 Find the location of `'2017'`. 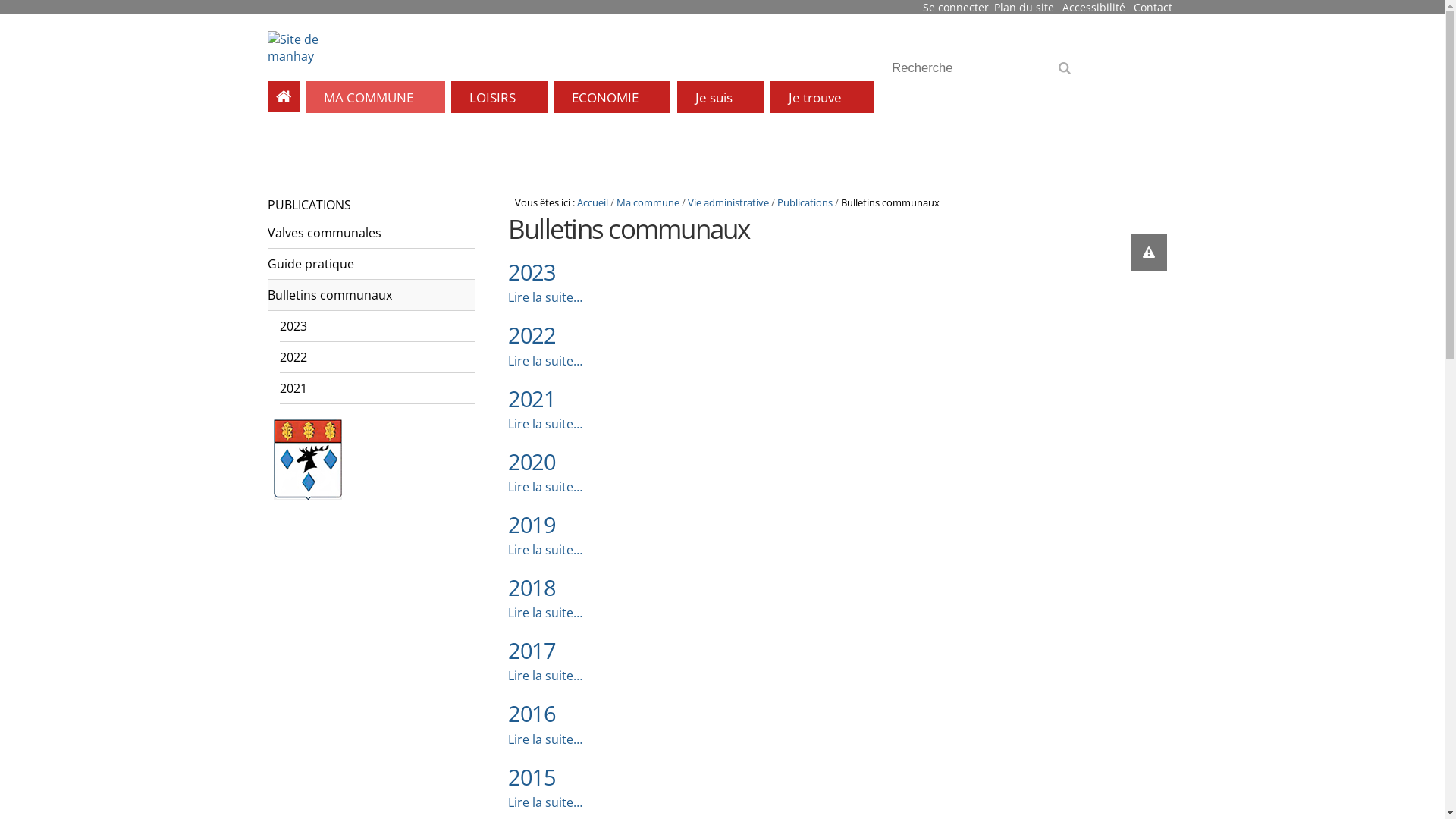

'2017' is located at coordinates (531, 649).